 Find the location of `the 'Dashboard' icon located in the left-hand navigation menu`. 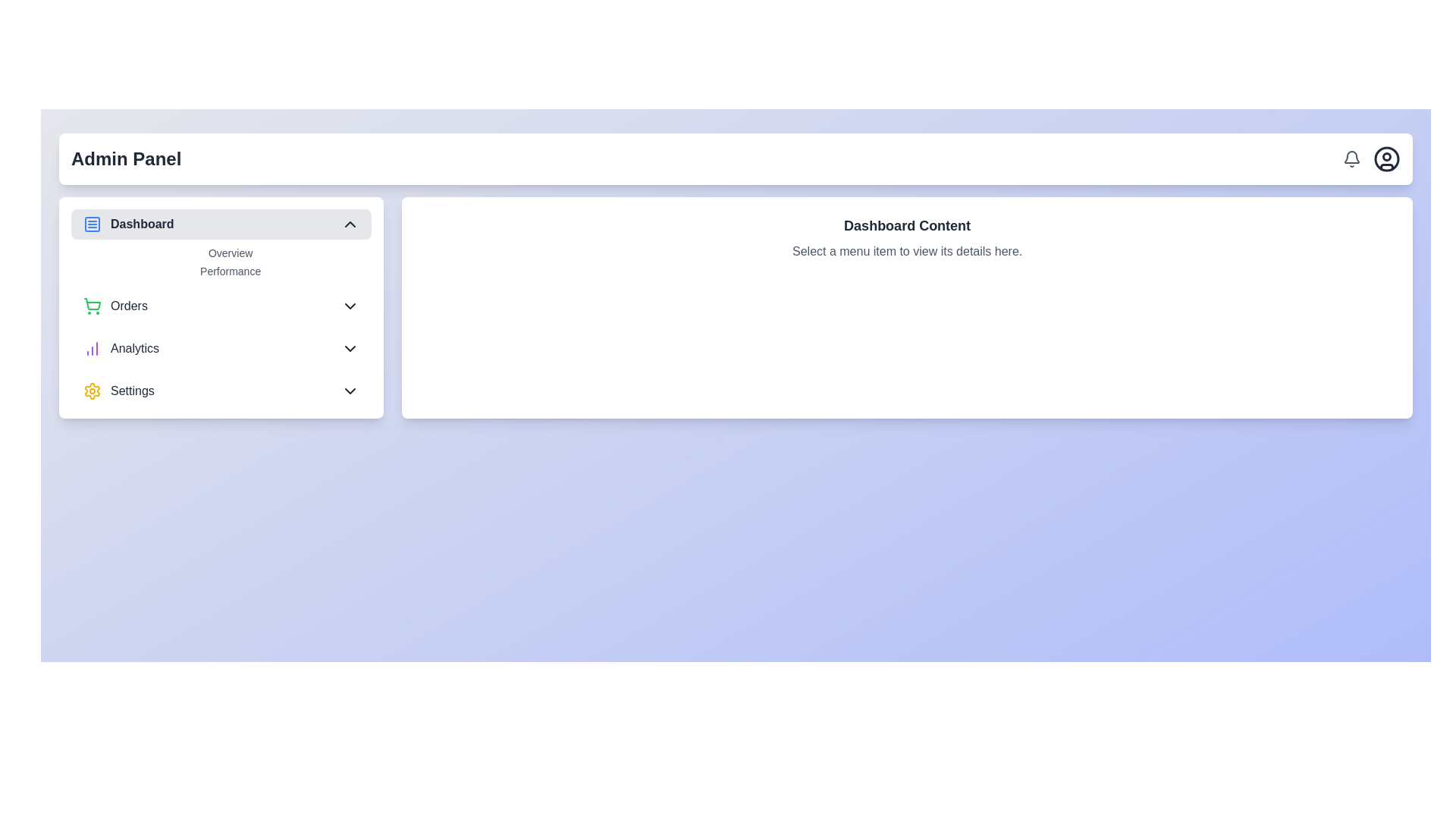

the 'Dashboard' icon located in the left-hand navigation menu is located at coordinates (91, 224).